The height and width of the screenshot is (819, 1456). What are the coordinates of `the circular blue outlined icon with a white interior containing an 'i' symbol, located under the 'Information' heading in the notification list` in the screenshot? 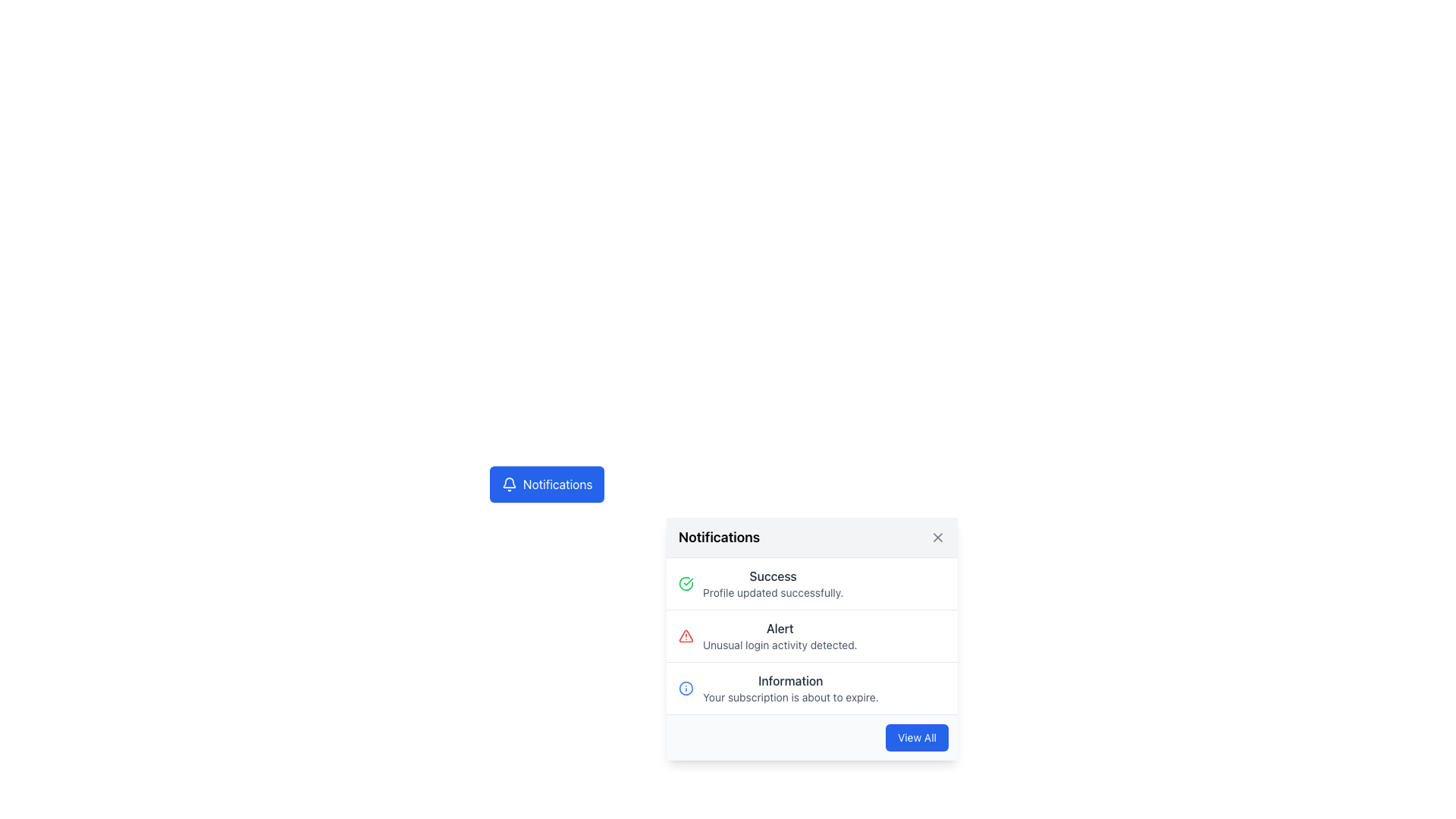 It's located at (686, 688).